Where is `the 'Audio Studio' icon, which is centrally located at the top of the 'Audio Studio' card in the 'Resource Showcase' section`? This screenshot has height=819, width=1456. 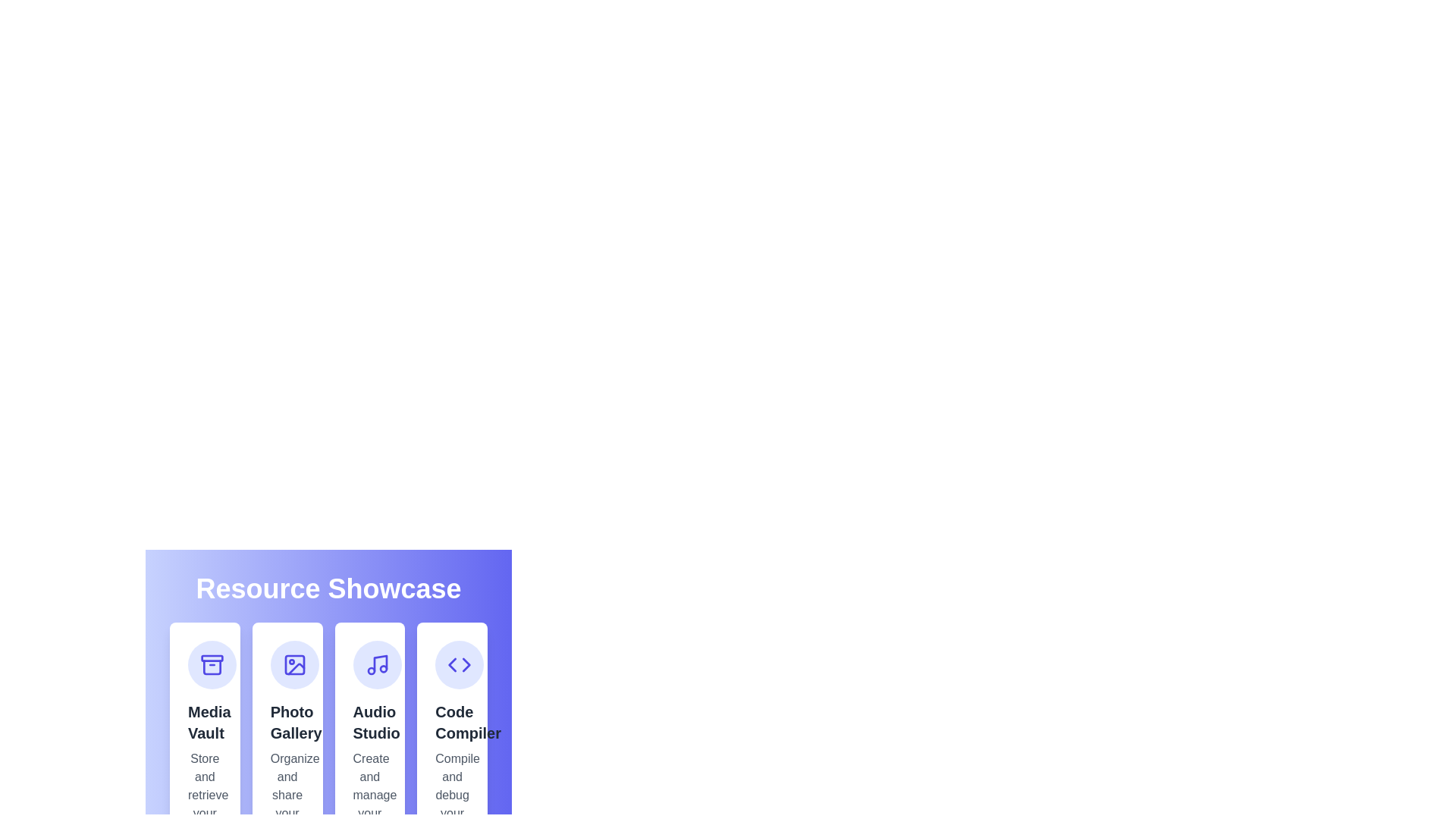
the 'Audio Studio' icon, which is centrally located at the top of the 'Audio Studio' card in the 'Resource Showcase' section is located at coordinates (377, 664).